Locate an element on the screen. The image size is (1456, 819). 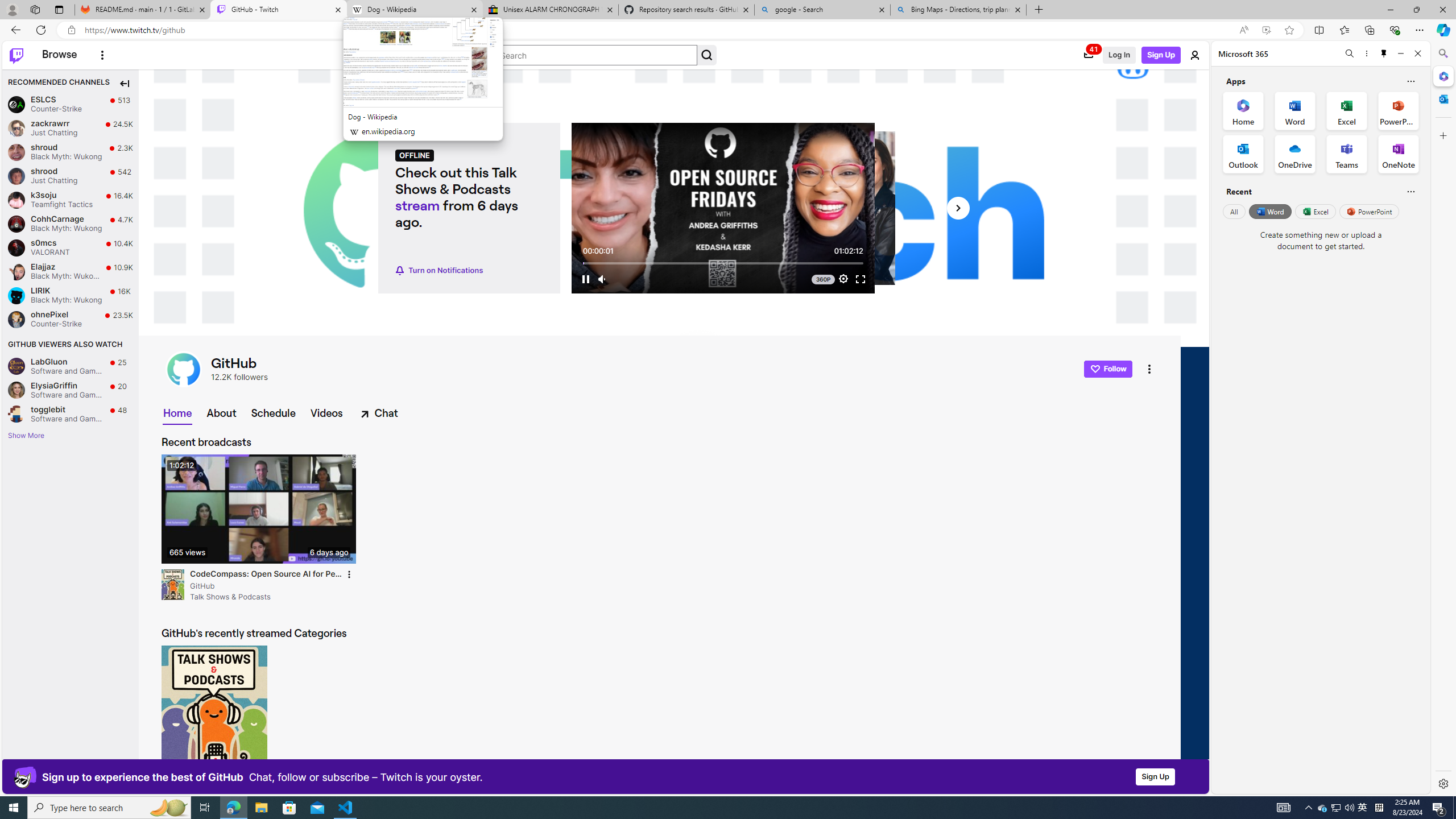
'Excel' is located at coordinates (1314, 211).